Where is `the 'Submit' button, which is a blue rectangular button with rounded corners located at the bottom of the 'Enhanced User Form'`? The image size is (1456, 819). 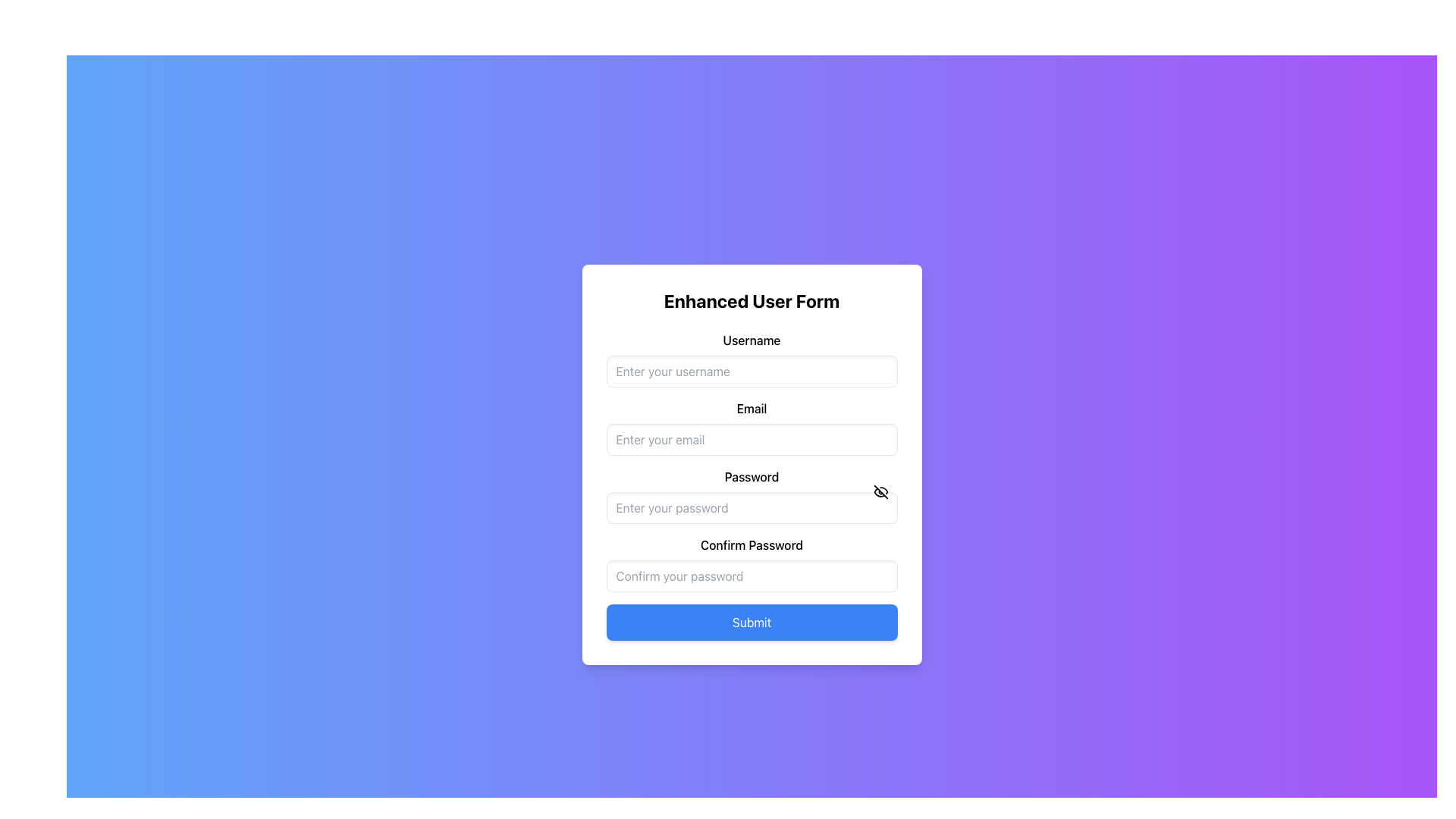 the 'Submit' button, which is a blue rectangular button with rounded corners located at the bottom of the 'Enhanced User Form' is located at coordinates (752, 623).